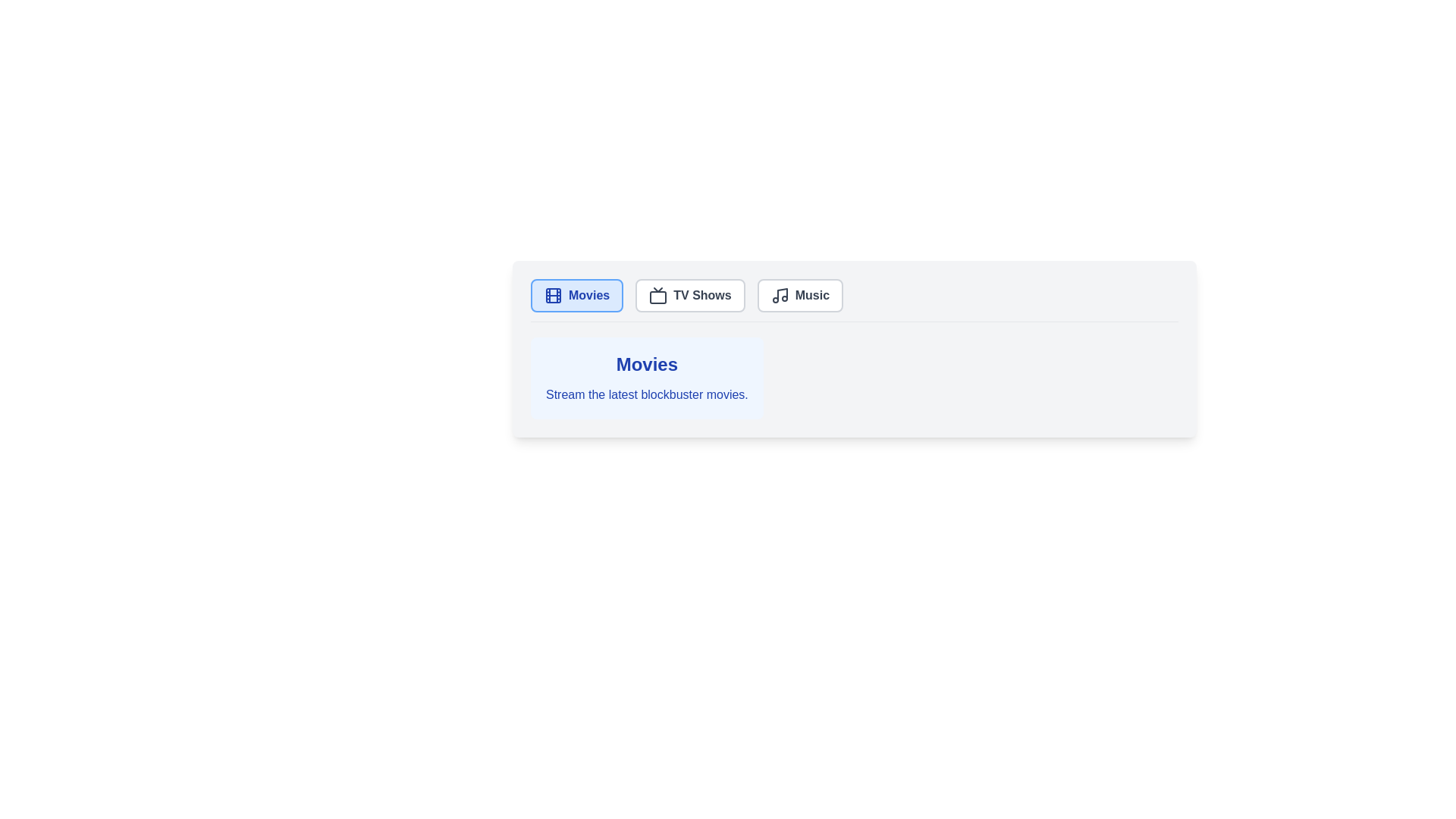 The height and width of the screenshot is (819, 1456). Describe the element at coordinates (799, 295) in the screenshot. I see `the 'Music' button in the navigation bar` at that location.